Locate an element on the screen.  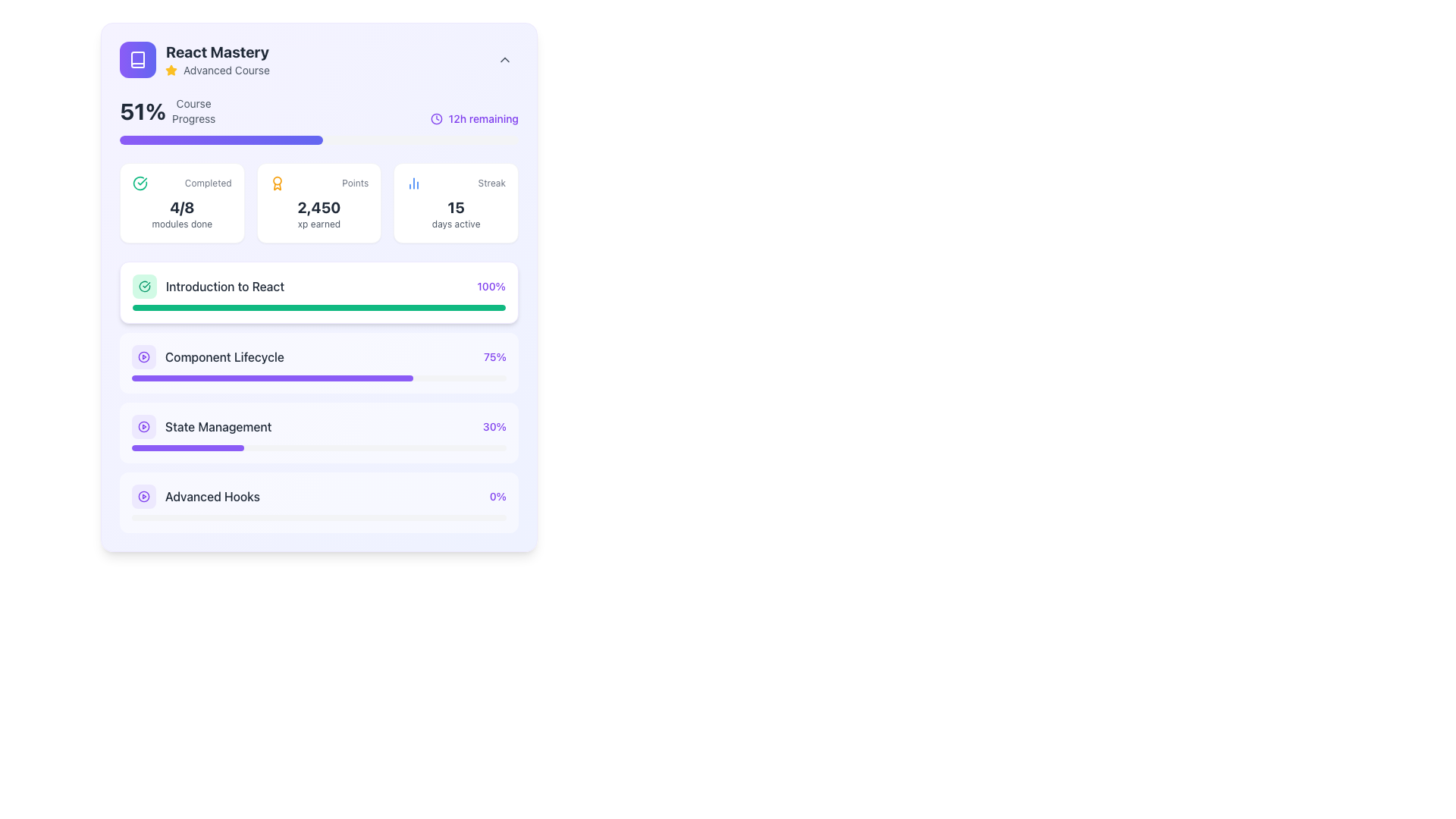
the downward-facing chevron icon in the top-right corner of the card is located at coordinates (505, 58).